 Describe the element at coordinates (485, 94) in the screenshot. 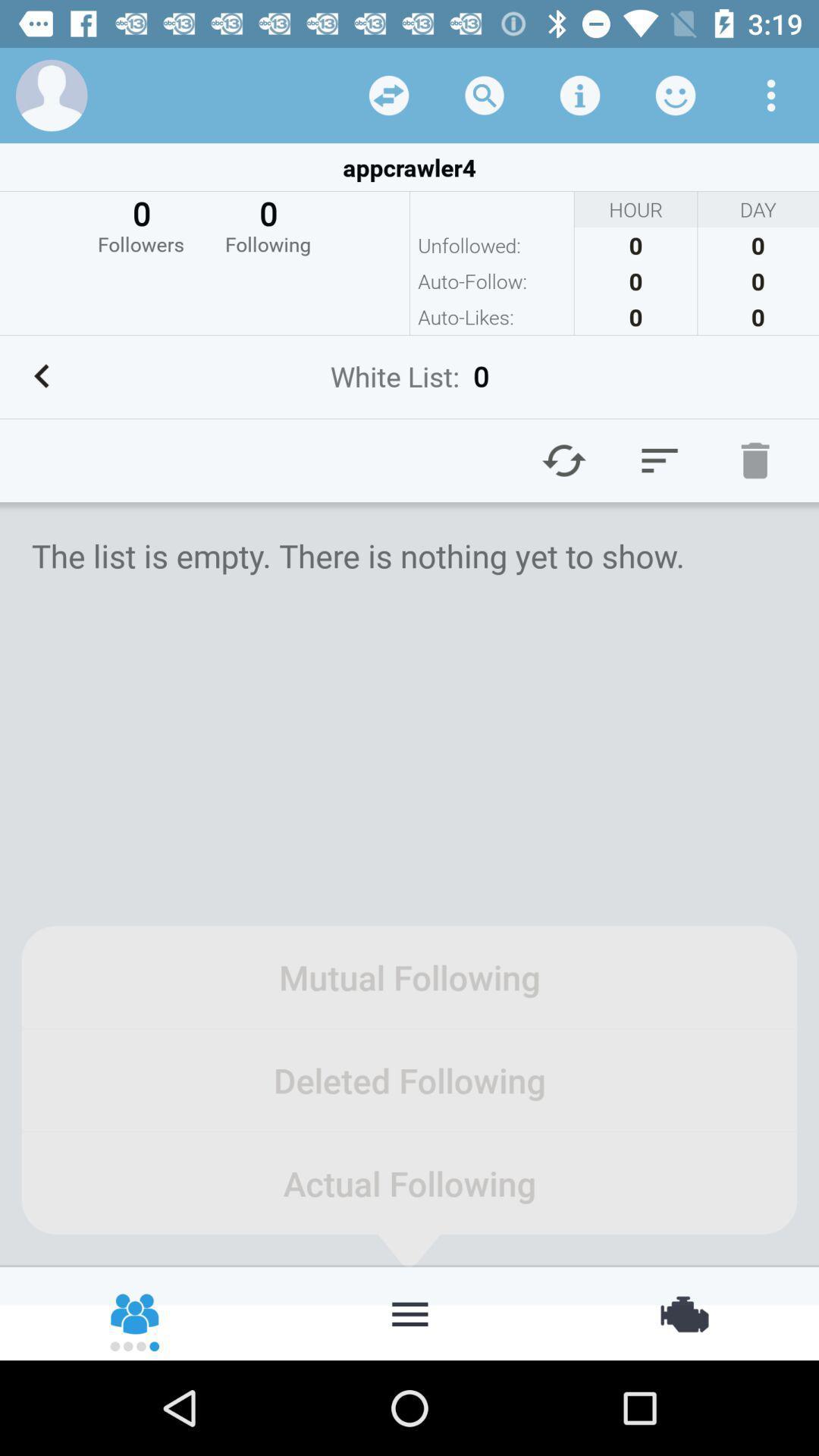

I see `search option` at that location.